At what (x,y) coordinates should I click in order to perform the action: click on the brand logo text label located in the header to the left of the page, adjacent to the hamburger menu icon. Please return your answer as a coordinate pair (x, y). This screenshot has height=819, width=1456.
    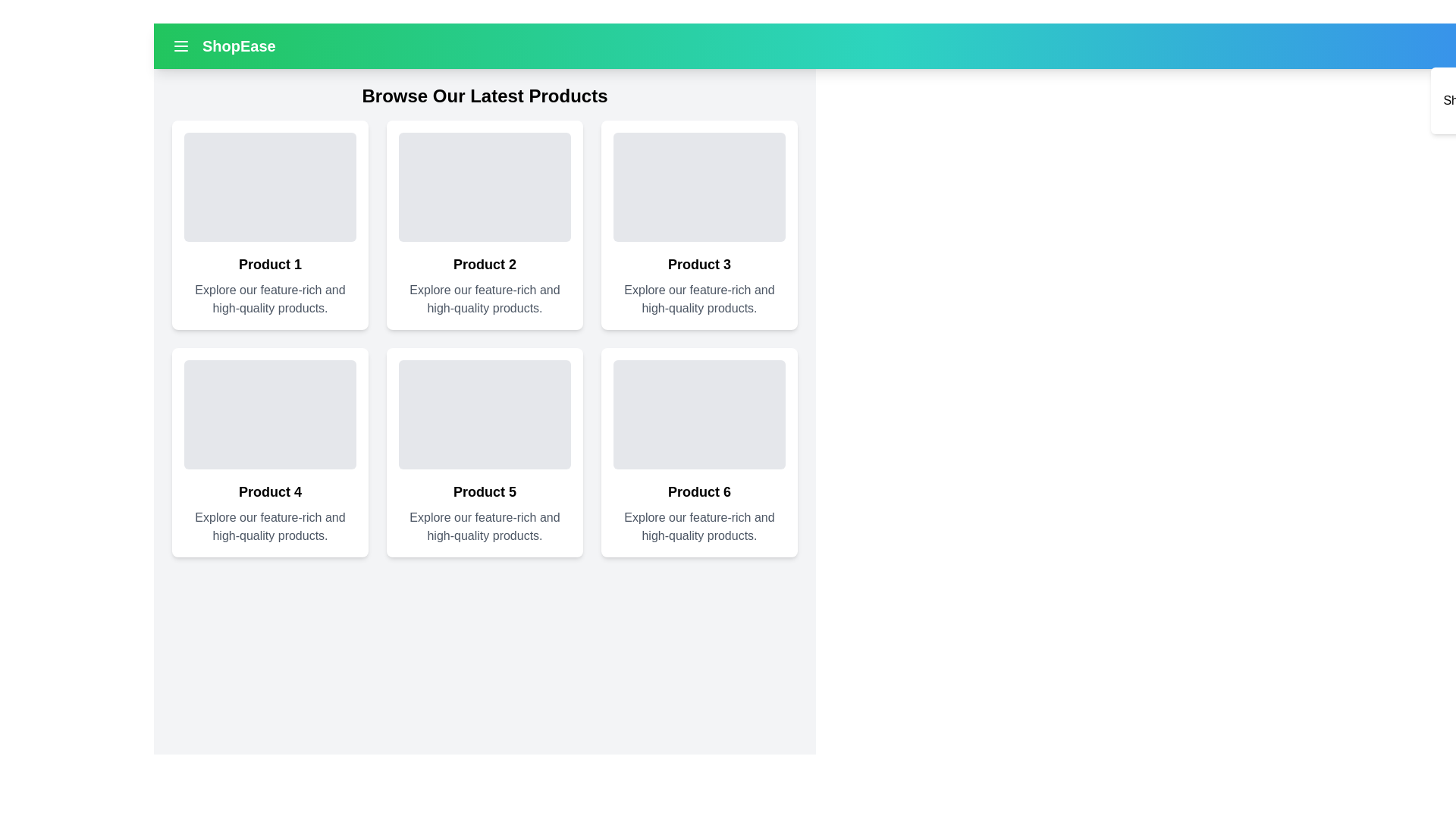
    Looking at the image, I should click on (223, 45).